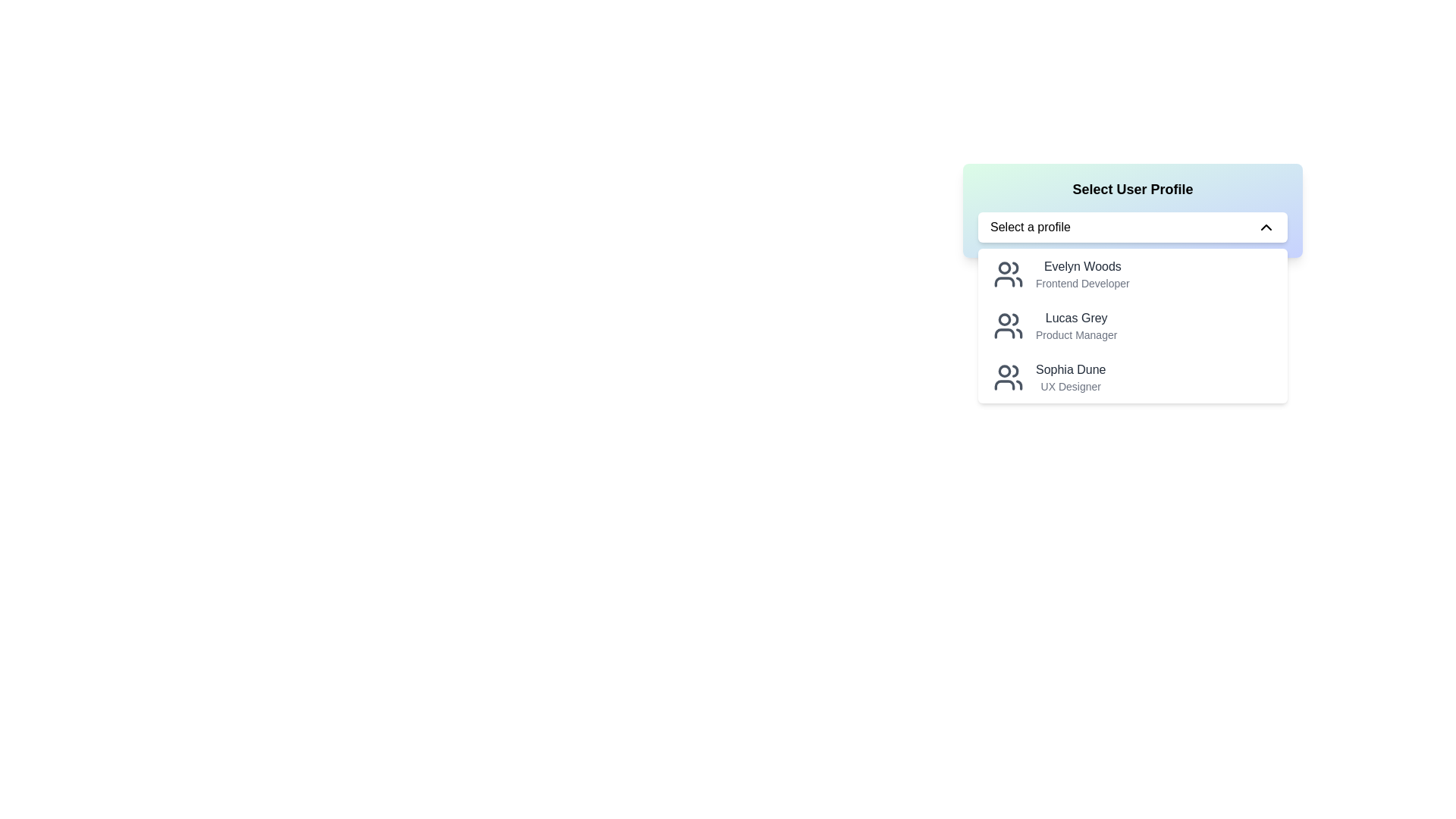  I want to click on the first list item styled with a flex layout that contains the name 'Evelyn Woods' and subtitle 'Frontend Developer', so click(1132, 275).